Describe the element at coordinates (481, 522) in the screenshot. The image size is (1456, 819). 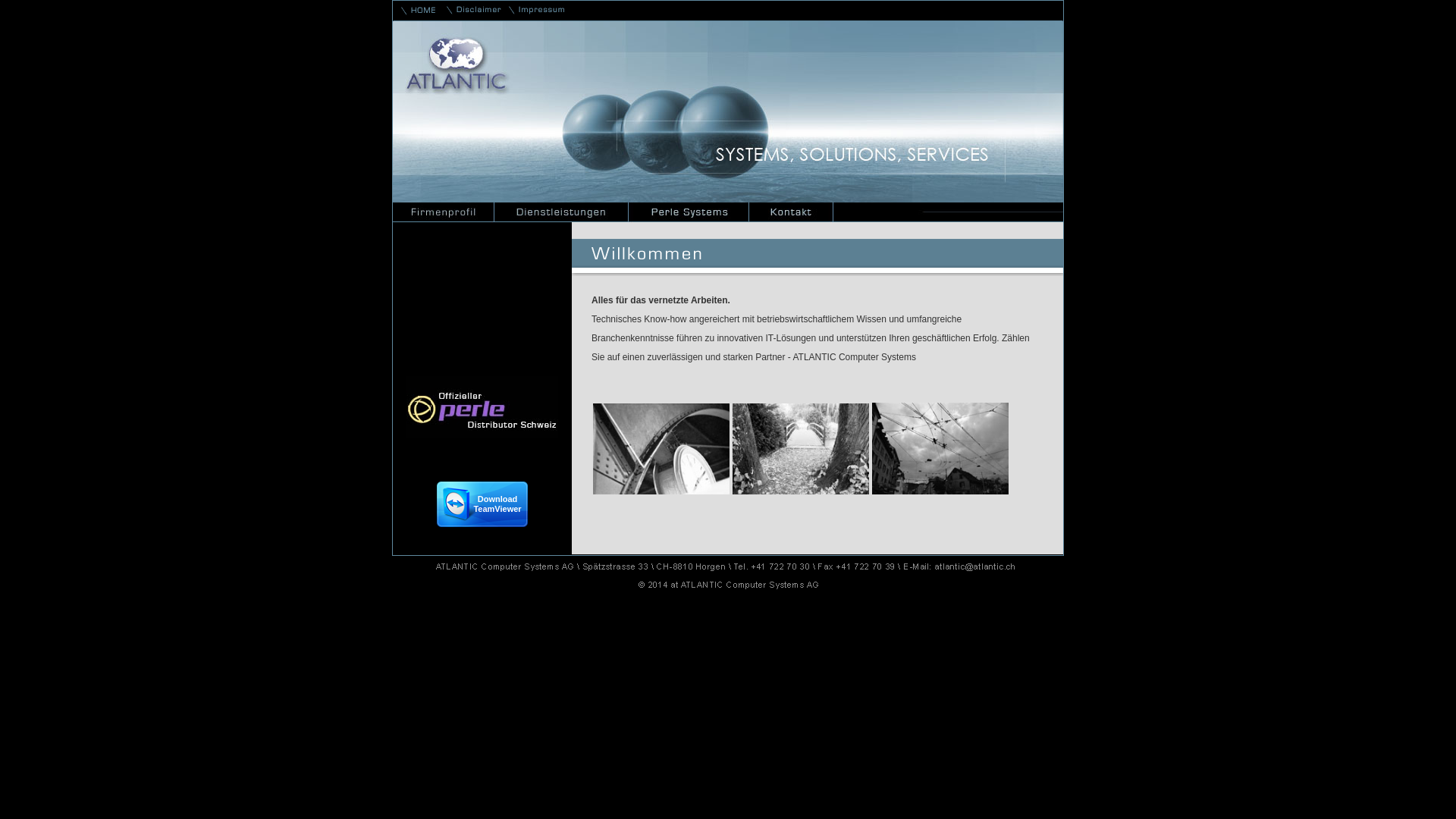
I see `'Download TeamViewer'` at that location.